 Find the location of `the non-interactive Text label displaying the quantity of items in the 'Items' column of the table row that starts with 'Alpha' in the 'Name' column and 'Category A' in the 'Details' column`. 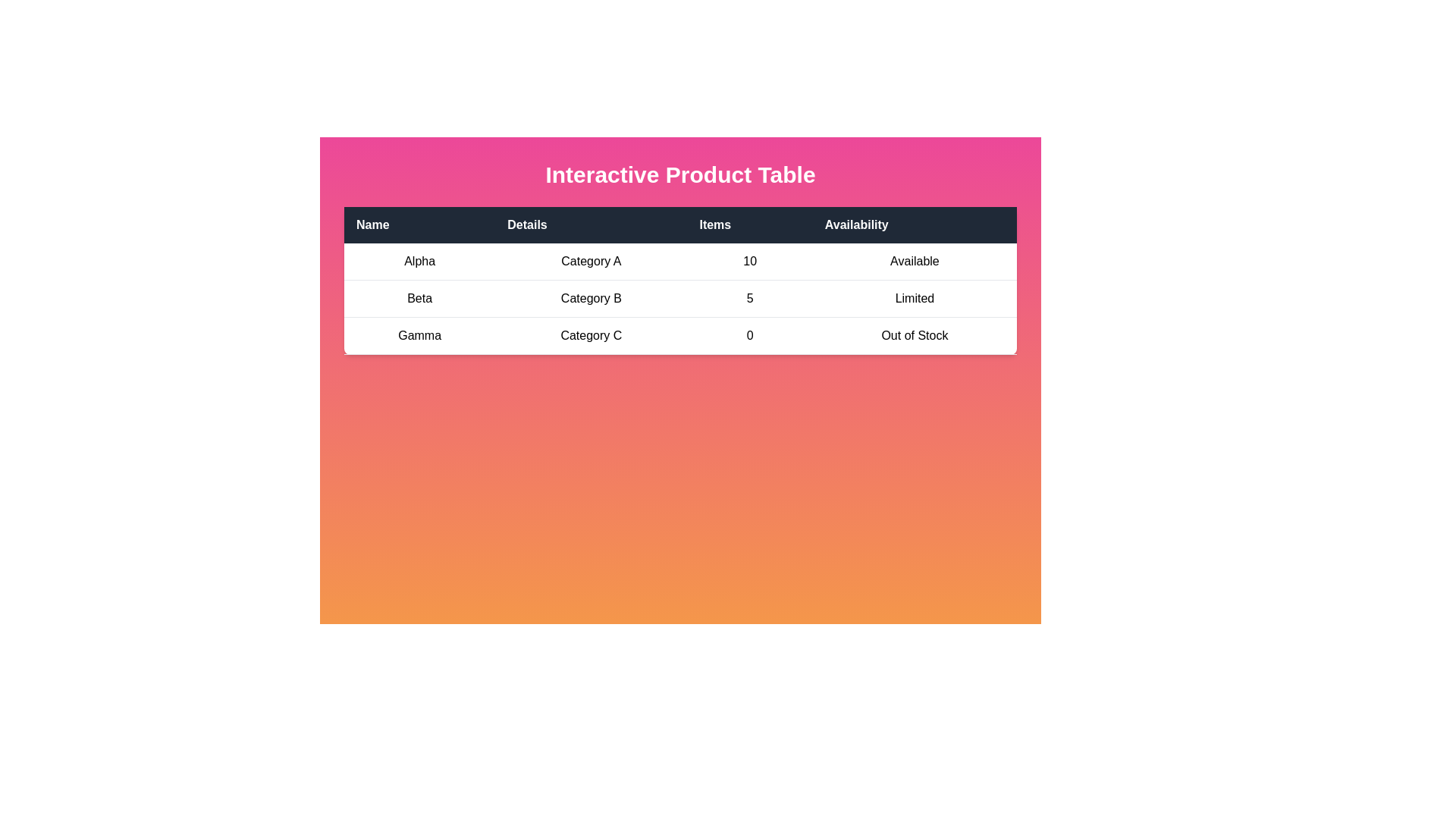

the non-interactive Text label displaying the quantity of items in the 'Items' column of the table row that starts with 'Alpha' in the 'Name' column and 'Category A' in the 'Details' column is located at coordinates (750, 261).